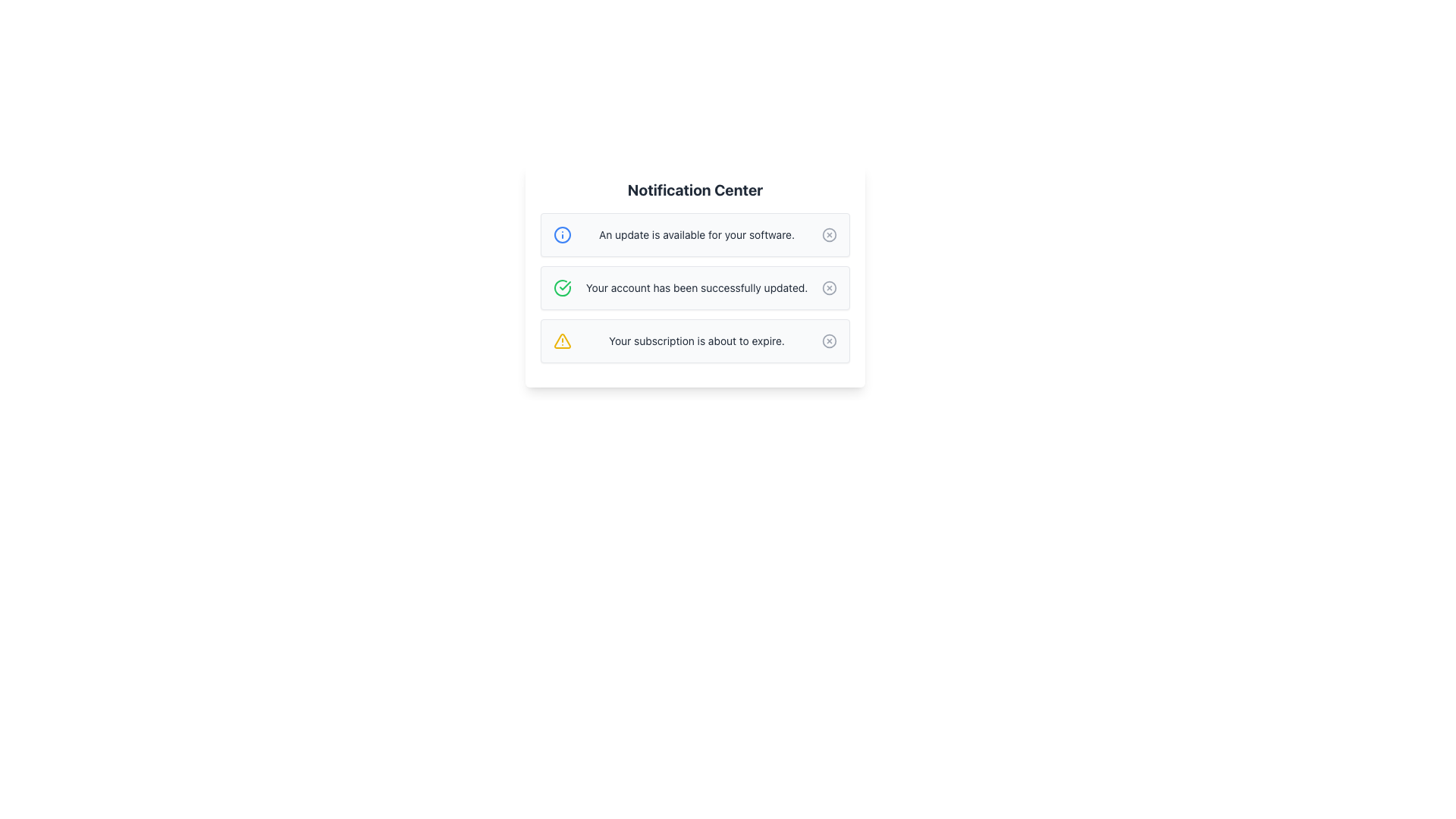 The width and height of the screenshot is (1456, 819). Describe the element at coordinates (829, 341) in the screenshot. I see `the Circular close button located at the far-right edge of the notification card titled 'Your subscription is about to expire'` at that location.